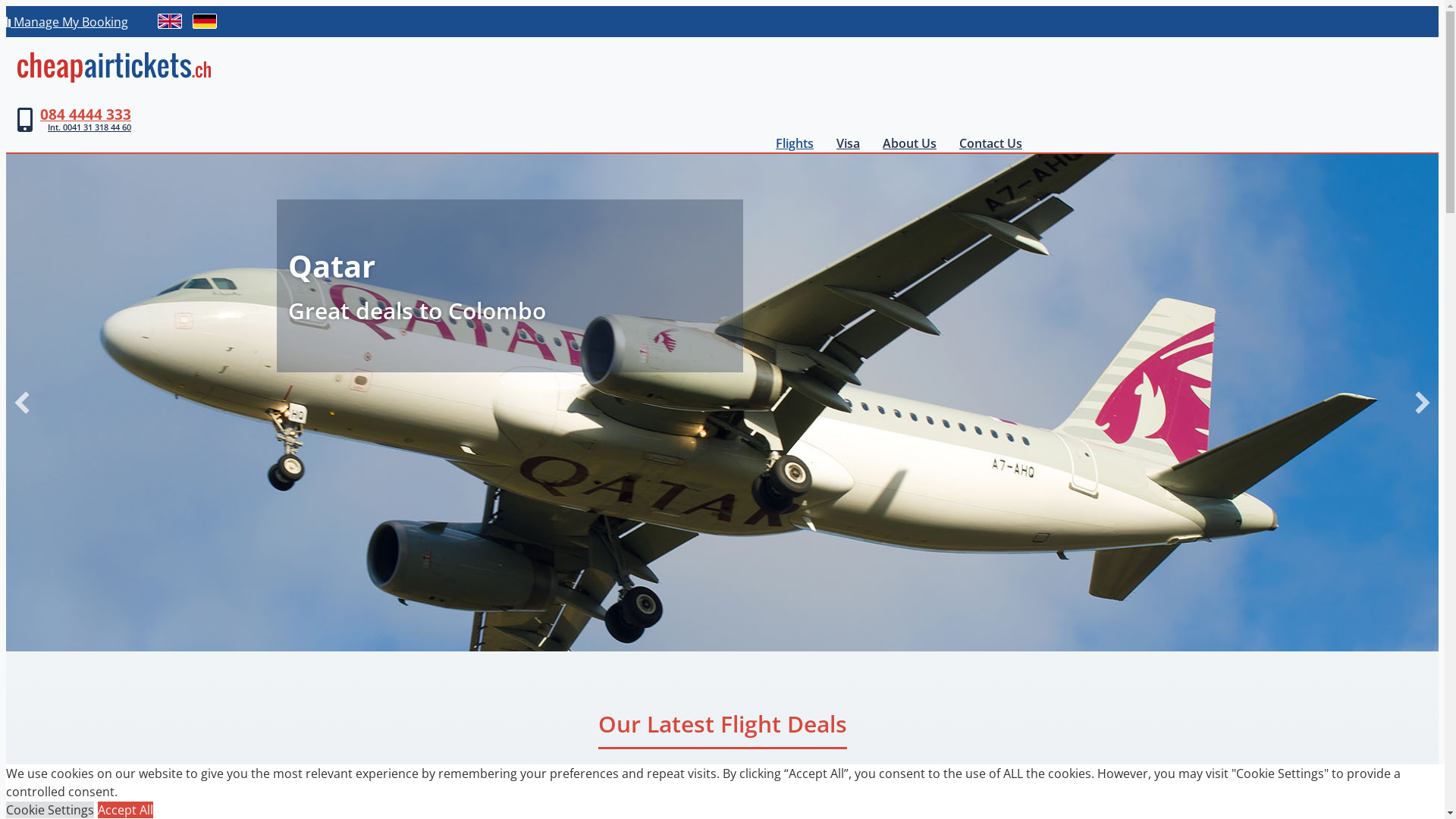 Image resolution: width=1456 pixels, height=819 pixels. I want to click on 'Int. 0041 31 318 44 60', so click(85, 127).